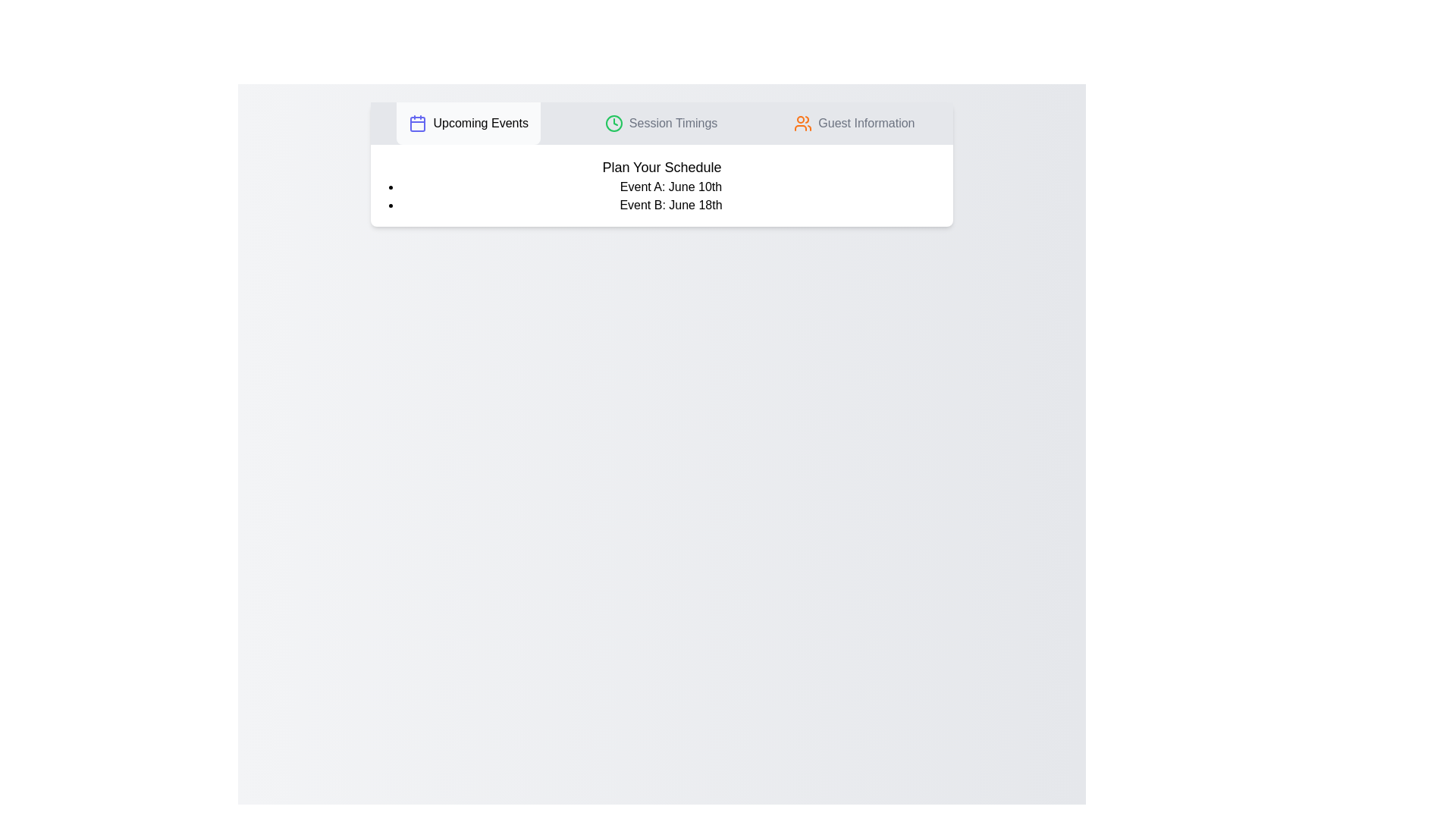 Image resolution: width=1456 pixels, height=819 pixels. What do you see at coordinates (855, 122) in the screenshot?
I see `the tab labeled 'Guest Information' to observe its effect` at bounding box center [855, 122].